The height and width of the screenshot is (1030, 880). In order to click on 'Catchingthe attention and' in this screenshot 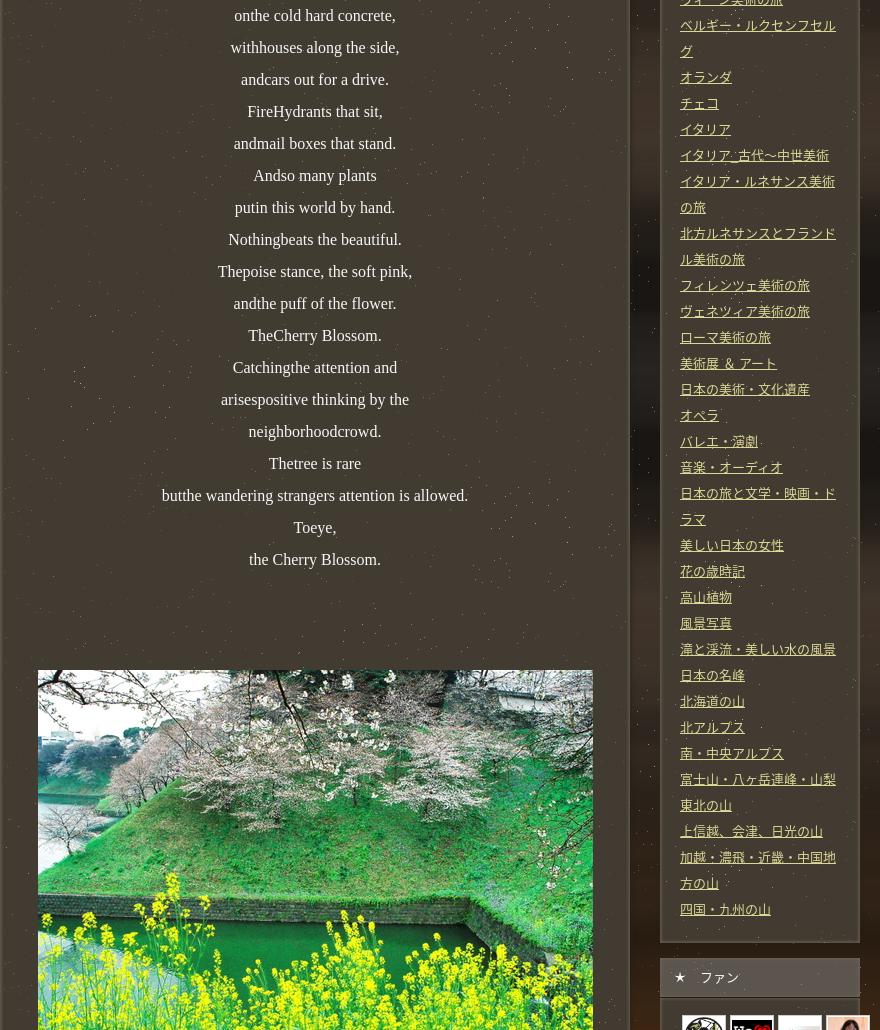, I will do `click(230, 366)`.